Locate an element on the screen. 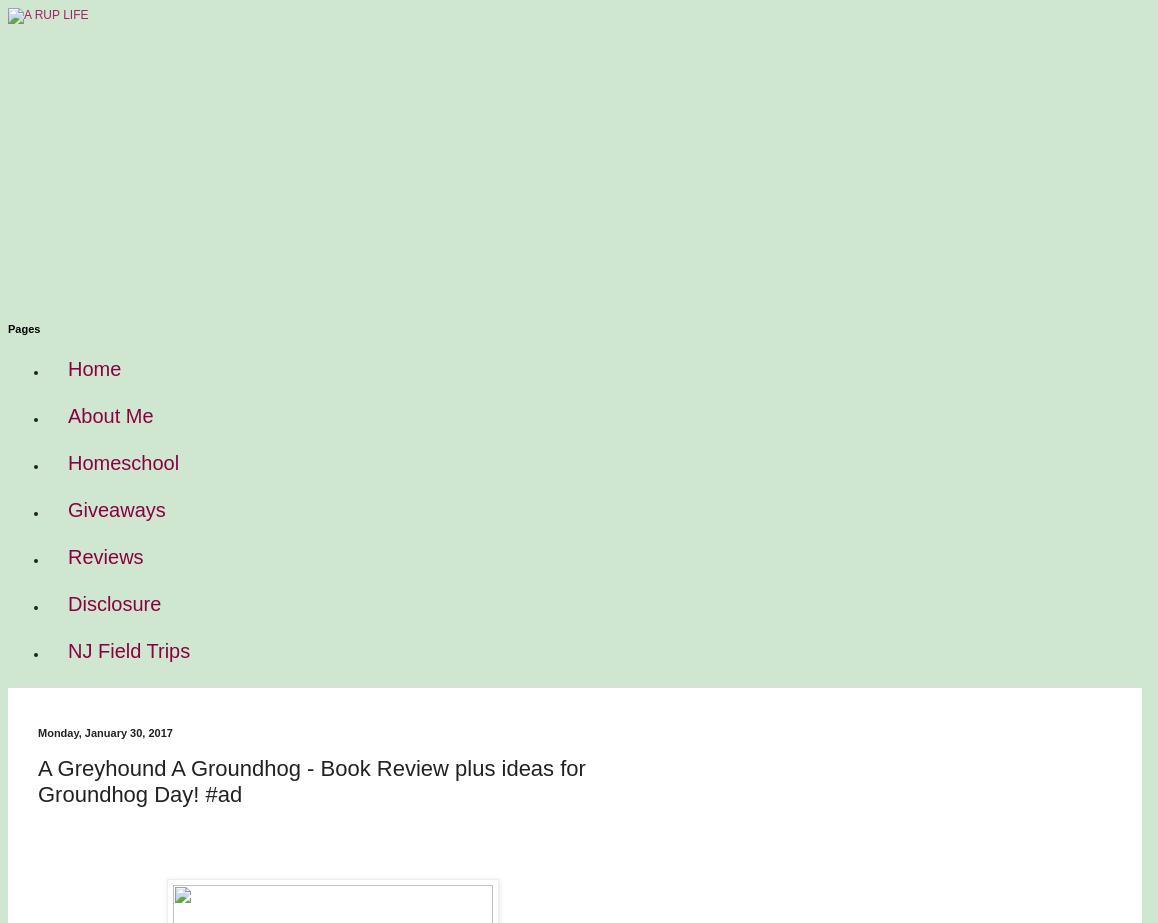  'NJ Field Trips' is located at coordinates (128, 649).